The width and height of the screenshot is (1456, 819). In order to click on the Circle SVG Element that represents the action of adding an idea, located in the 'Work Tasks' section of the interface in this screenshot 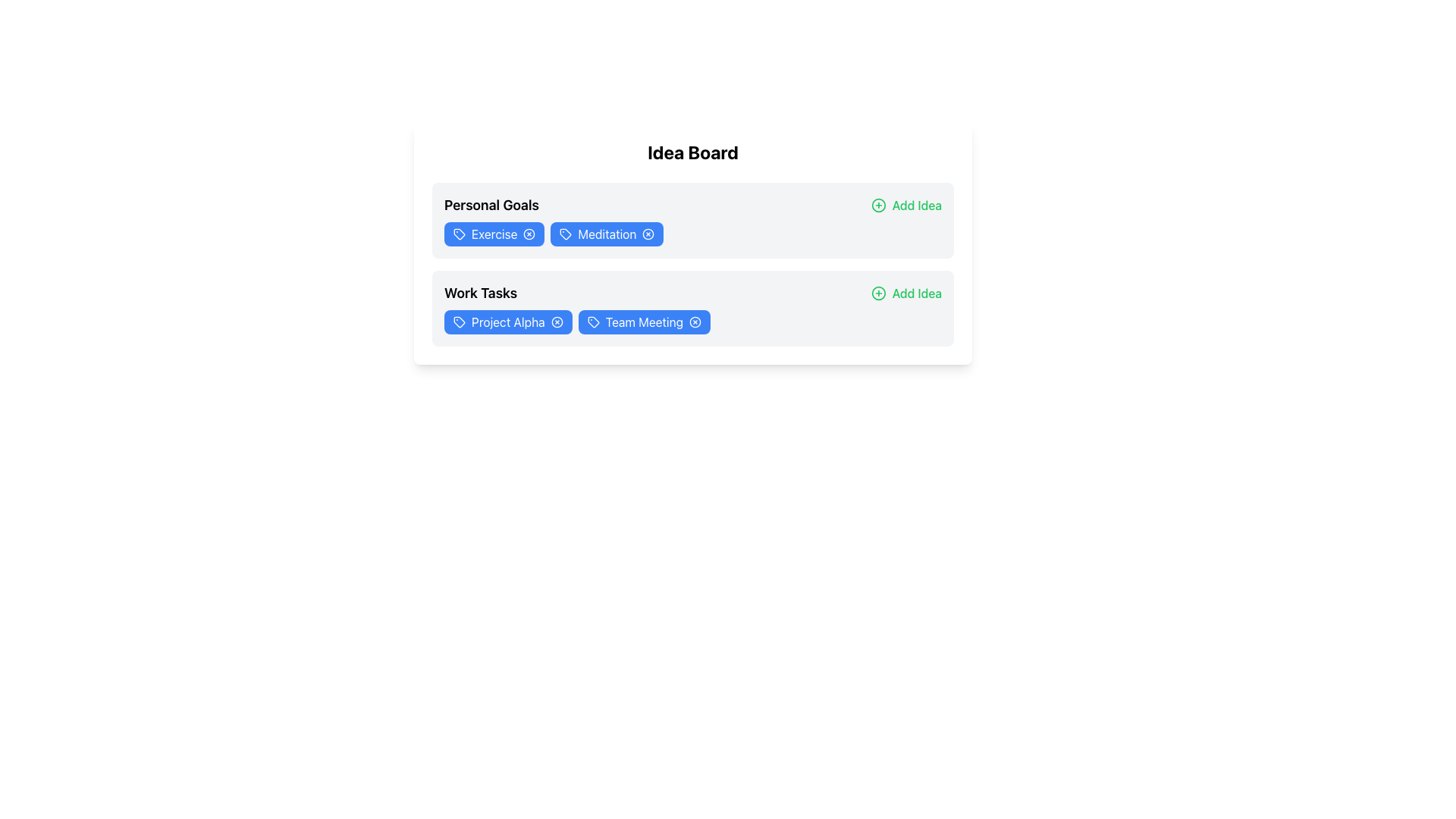, I will do `click(878, 293)`.